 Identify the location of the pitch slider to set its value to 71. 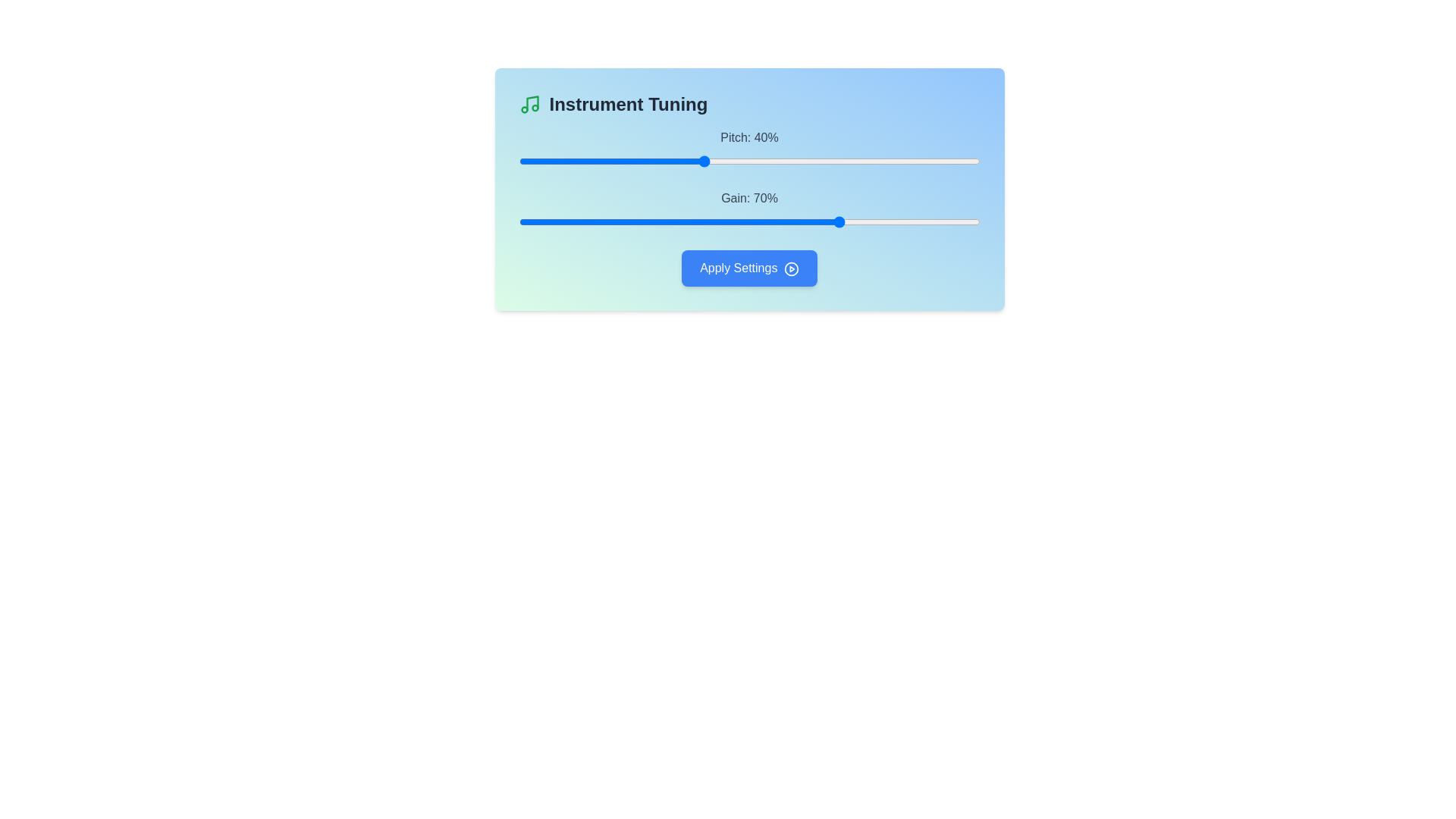
(846, 161).